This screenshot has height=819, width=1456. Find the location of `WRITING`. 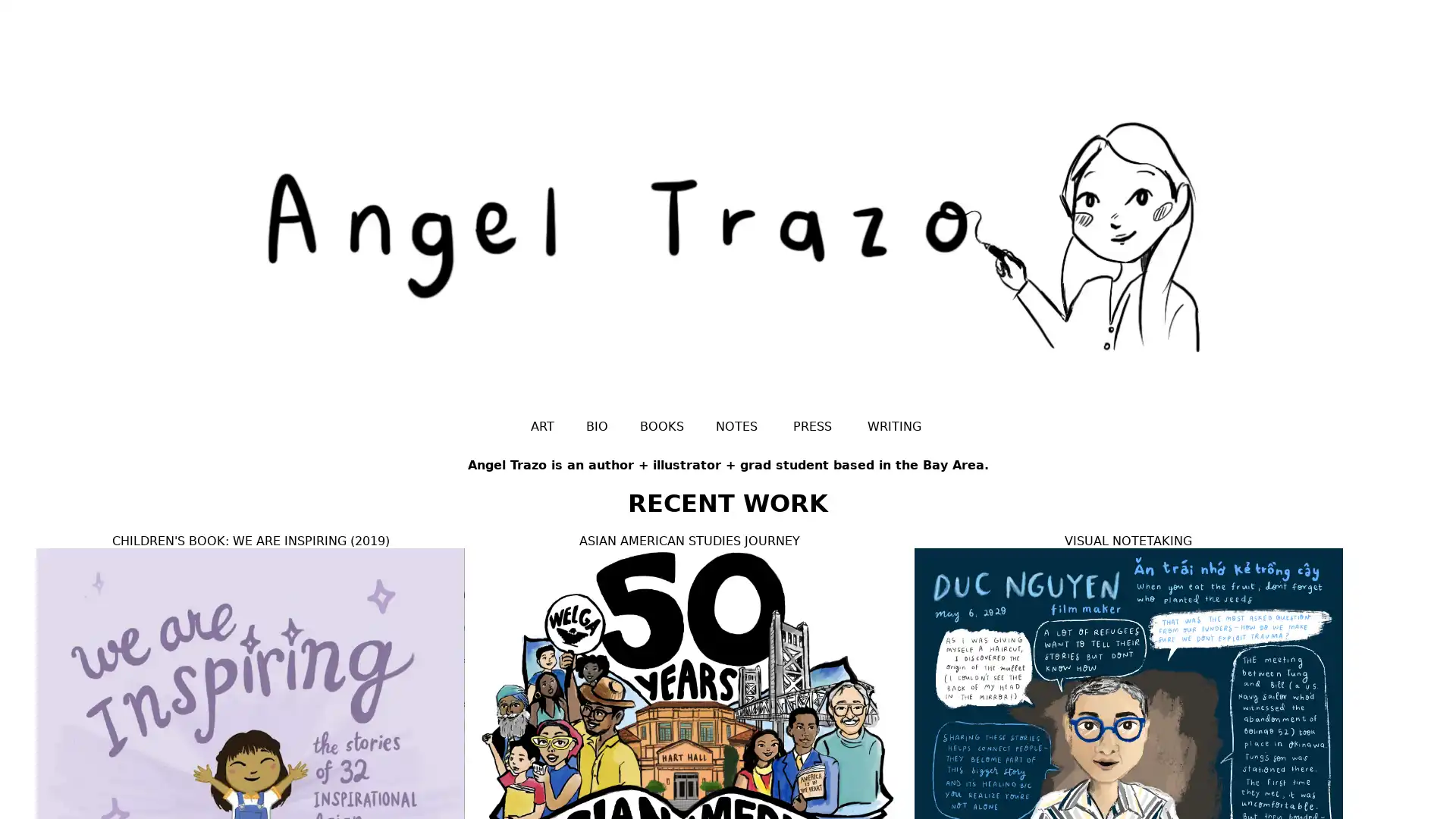

WRITING is located at coordinates (894, 426).